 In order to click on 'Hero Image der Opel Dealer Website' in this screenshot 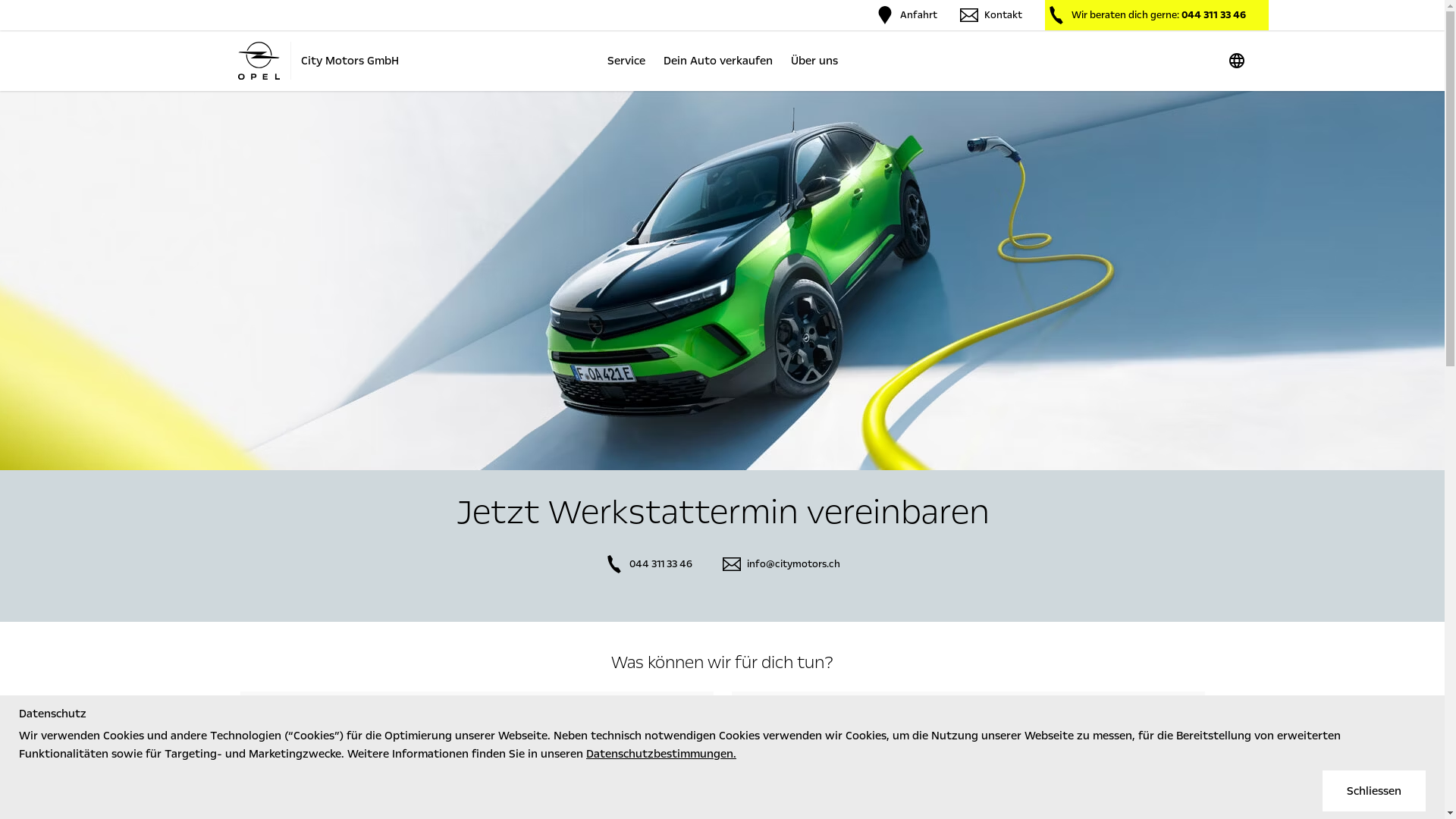, I will do `click(721, 281)`.